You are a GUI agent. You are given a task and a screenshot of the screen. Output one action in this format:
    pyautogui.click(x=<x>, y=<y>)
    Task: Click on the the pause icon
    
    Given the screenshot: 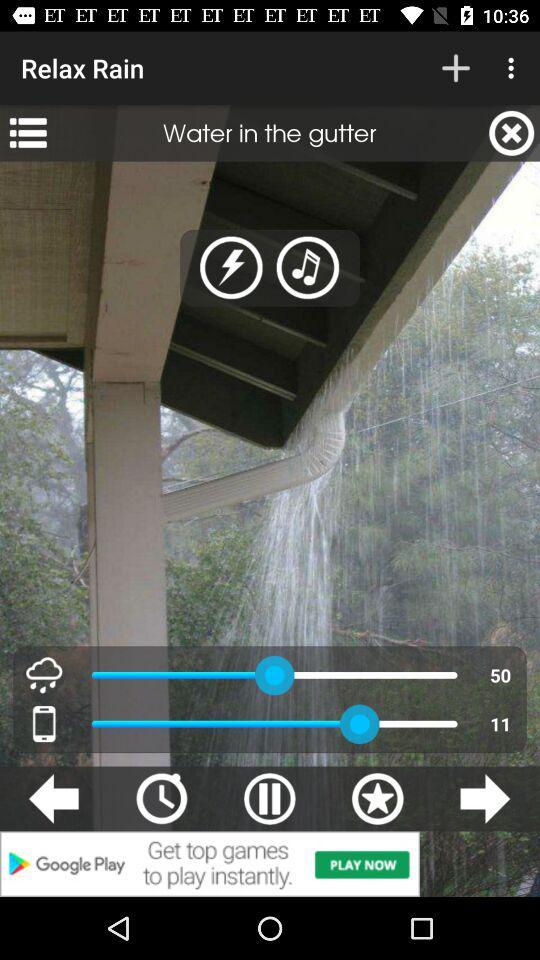 What is the action you would take?
    pyautogui.click(x=269, y=798)
    